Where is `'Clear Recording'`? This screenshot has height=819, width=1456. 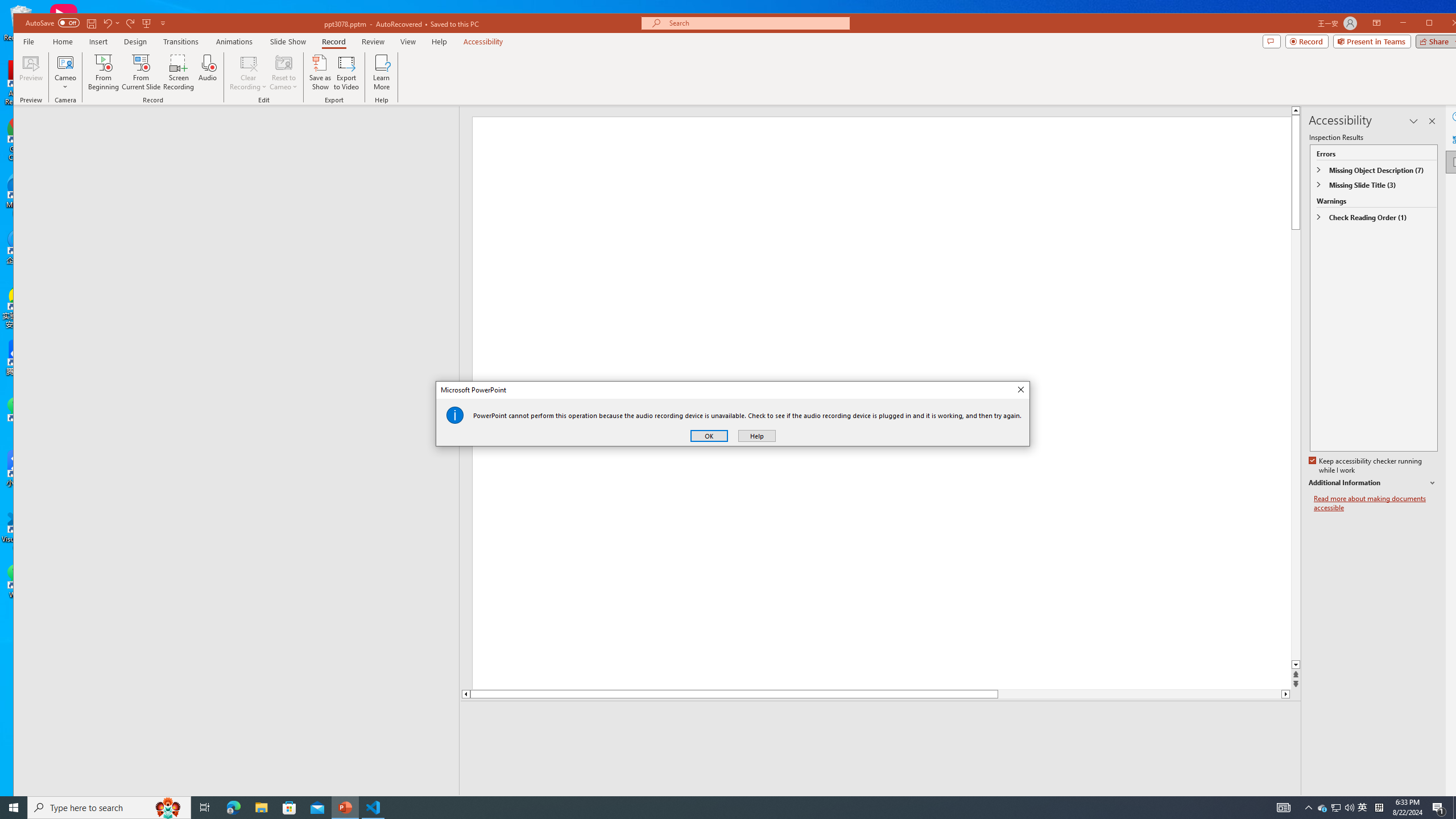
'Clear Recording' is located at coordinates (248, 72).